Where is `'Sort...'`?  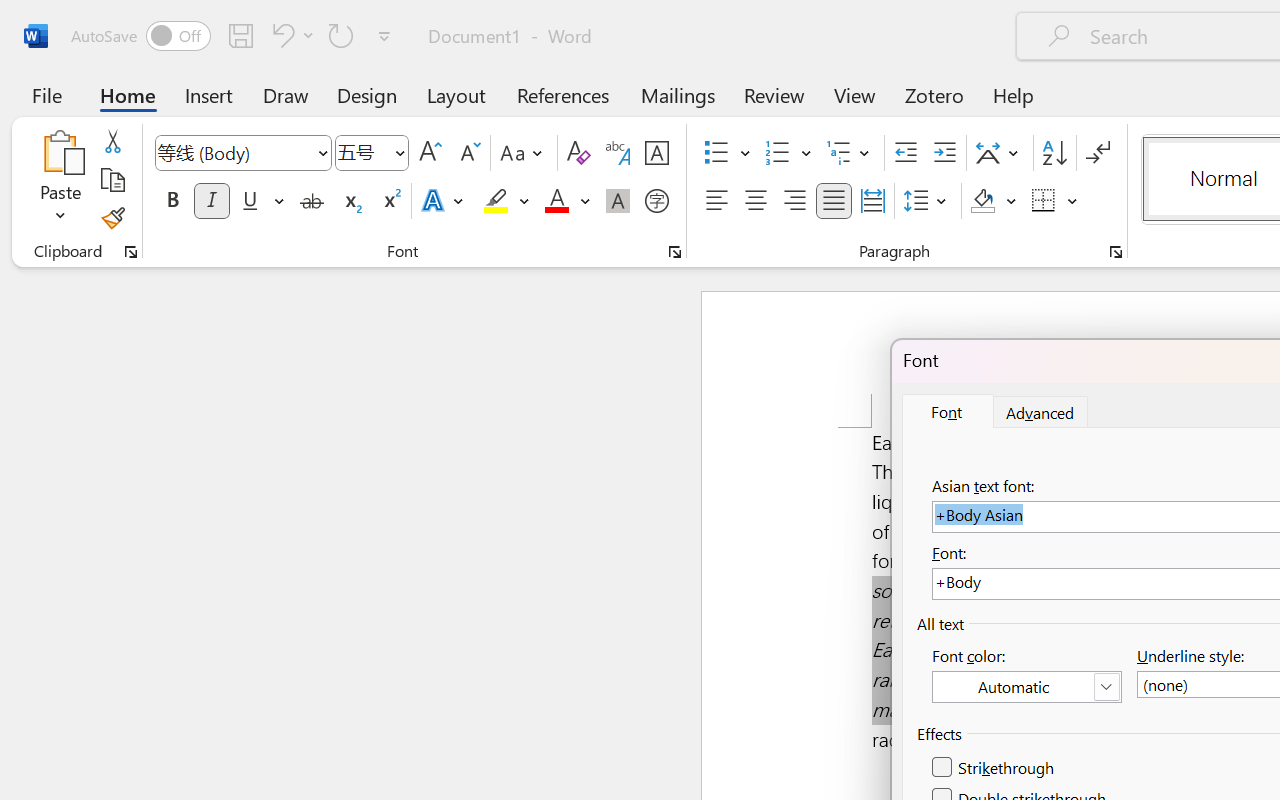
'Sort...' is located at coordinates (1053, 153).